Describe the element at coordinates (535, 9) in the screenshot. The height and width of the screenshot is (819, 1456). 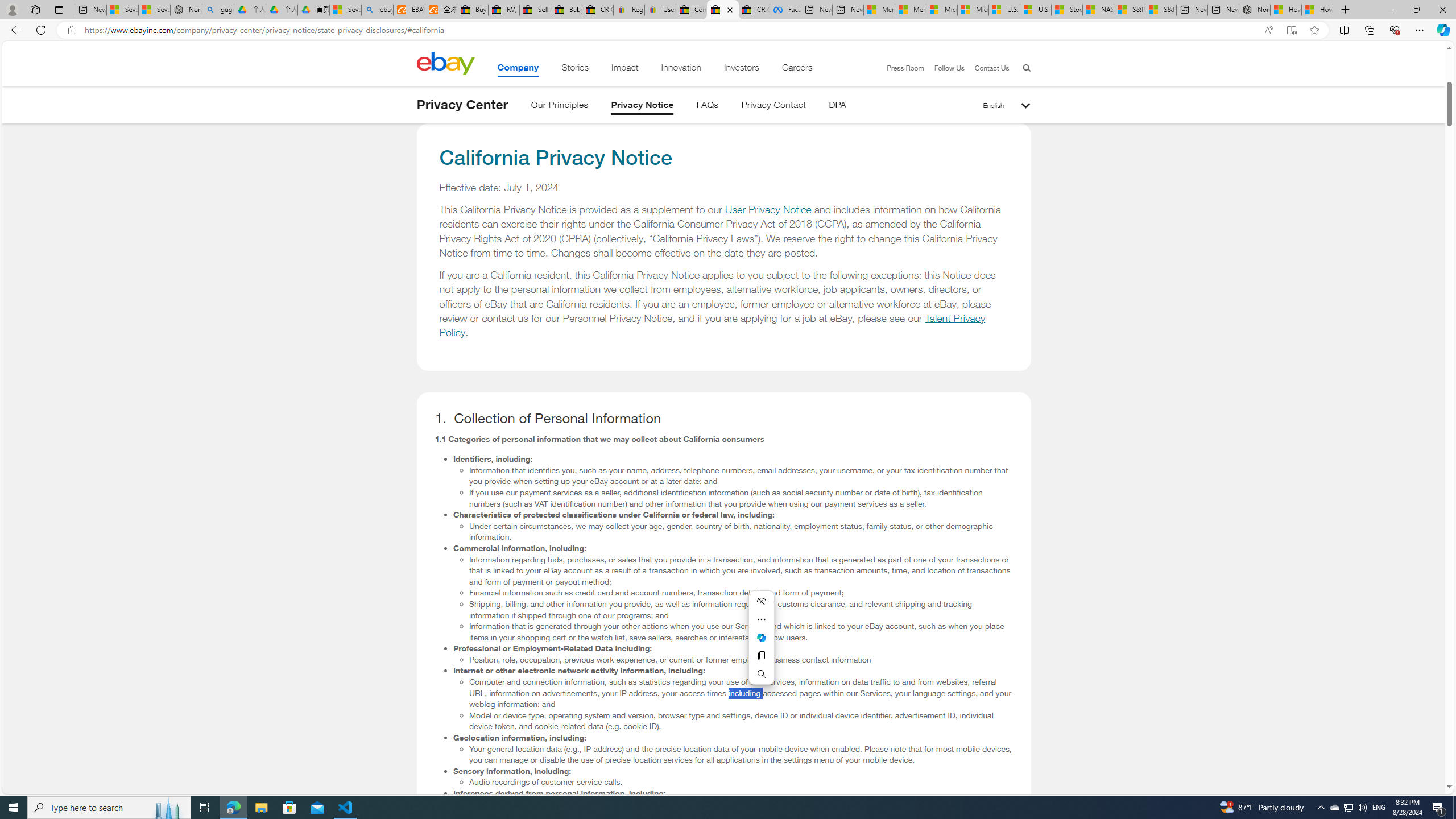
I see `'Sell worldwide with eBay'` at that location.